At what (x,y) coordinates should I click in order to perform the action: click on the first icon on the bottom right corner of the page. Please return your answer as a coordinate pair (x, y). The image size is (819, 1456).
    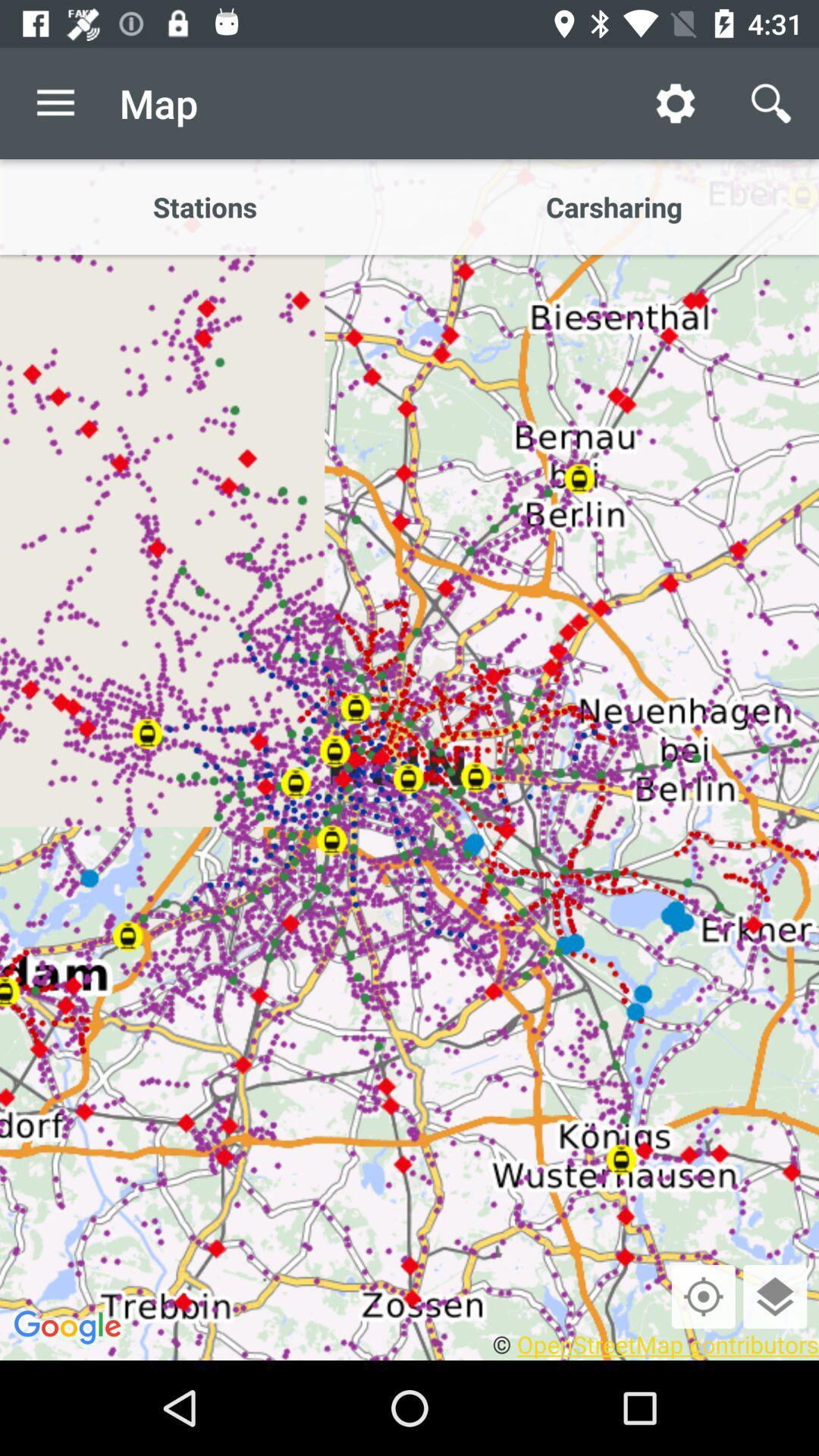
    Looking at the image, I should click on (704, 1295).